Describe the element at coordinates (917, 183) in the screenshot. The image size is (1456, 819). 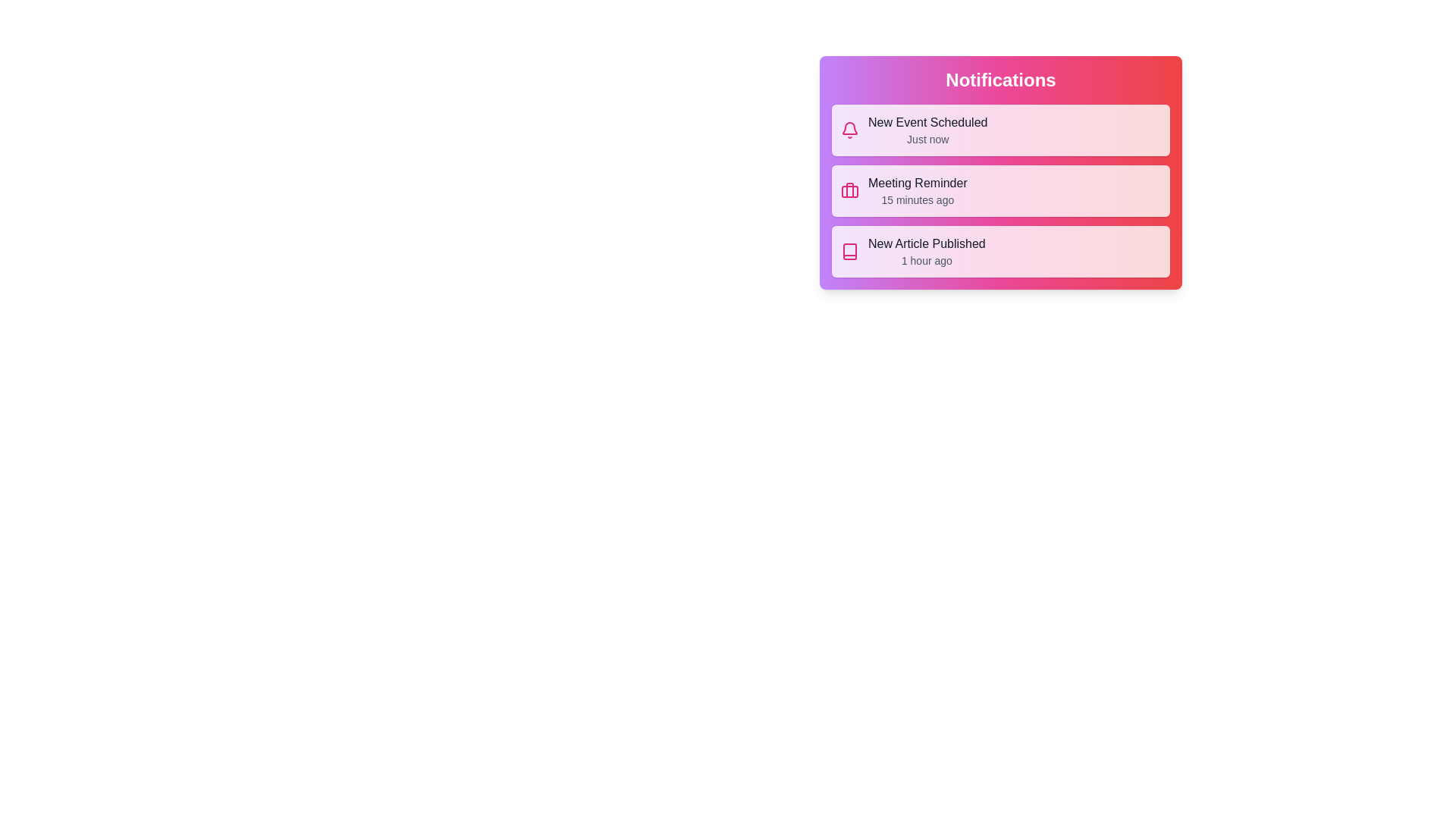
I see `the notification title Meeting Reminder to select it` at that location.